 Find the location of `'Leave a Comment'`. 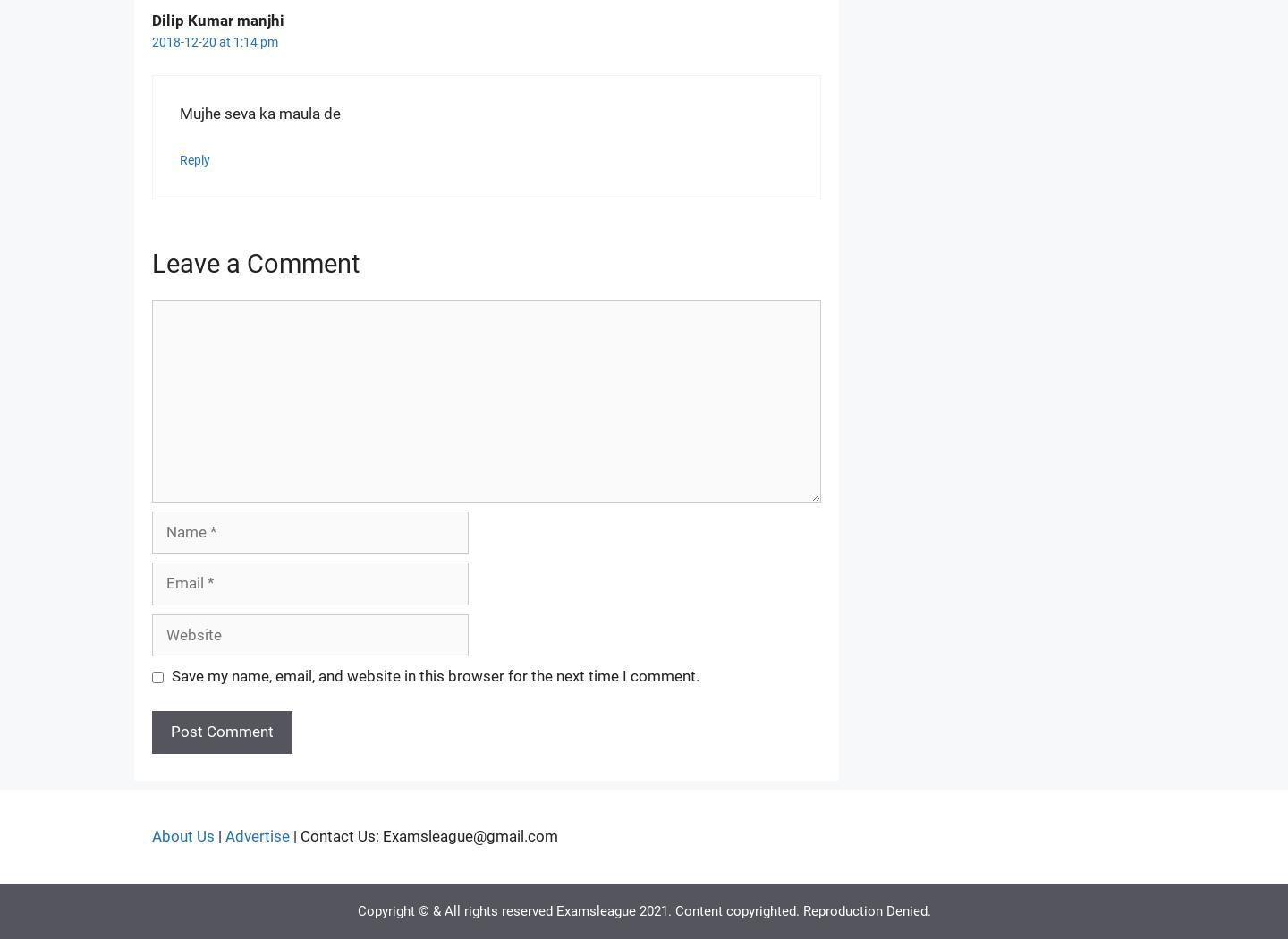

'Leave a Comment' is located at coordinates (254, 263).